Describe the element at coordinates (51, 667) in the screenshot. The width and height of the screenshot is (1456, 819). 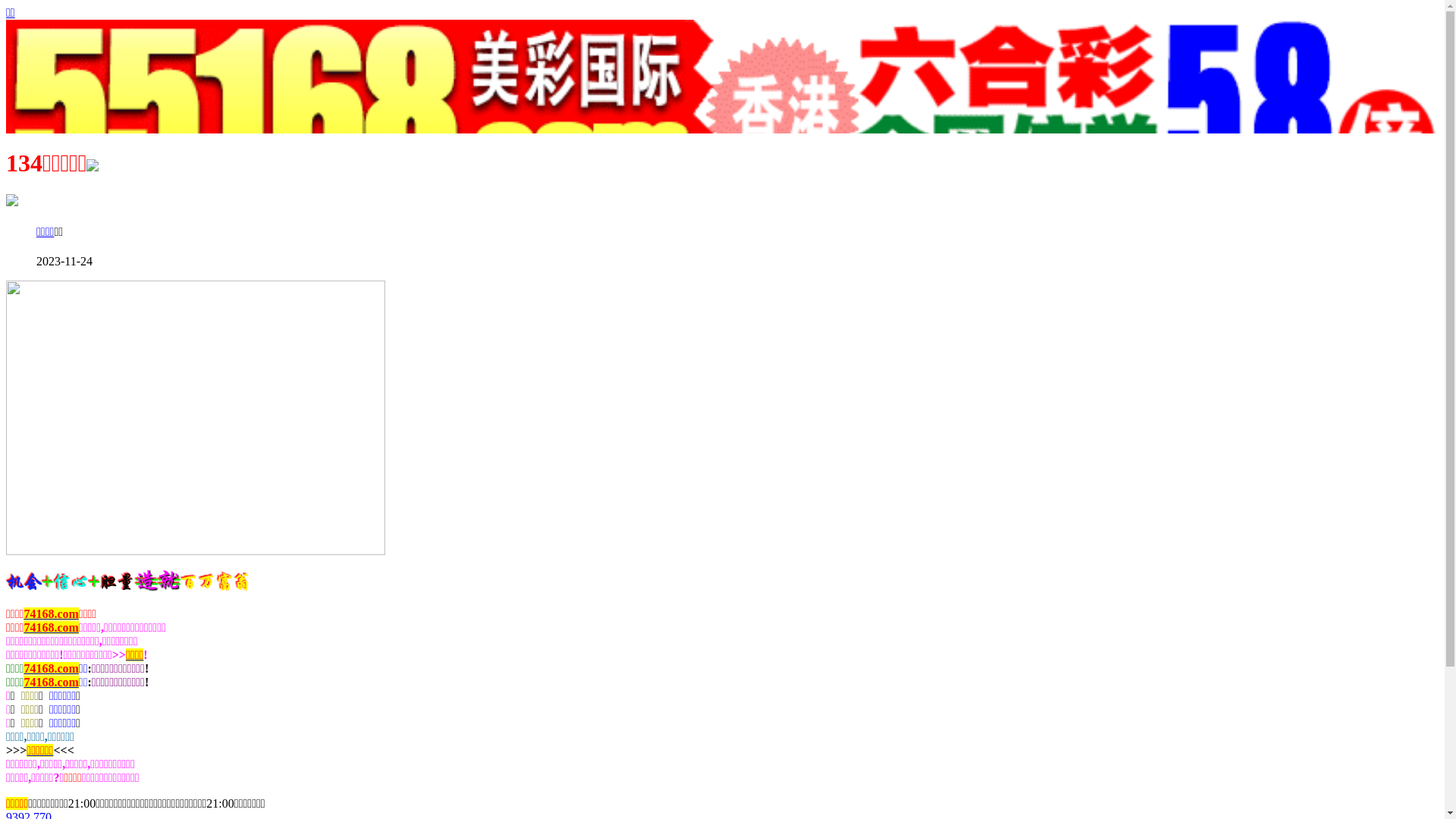
I see `'74168.com'` at that location.